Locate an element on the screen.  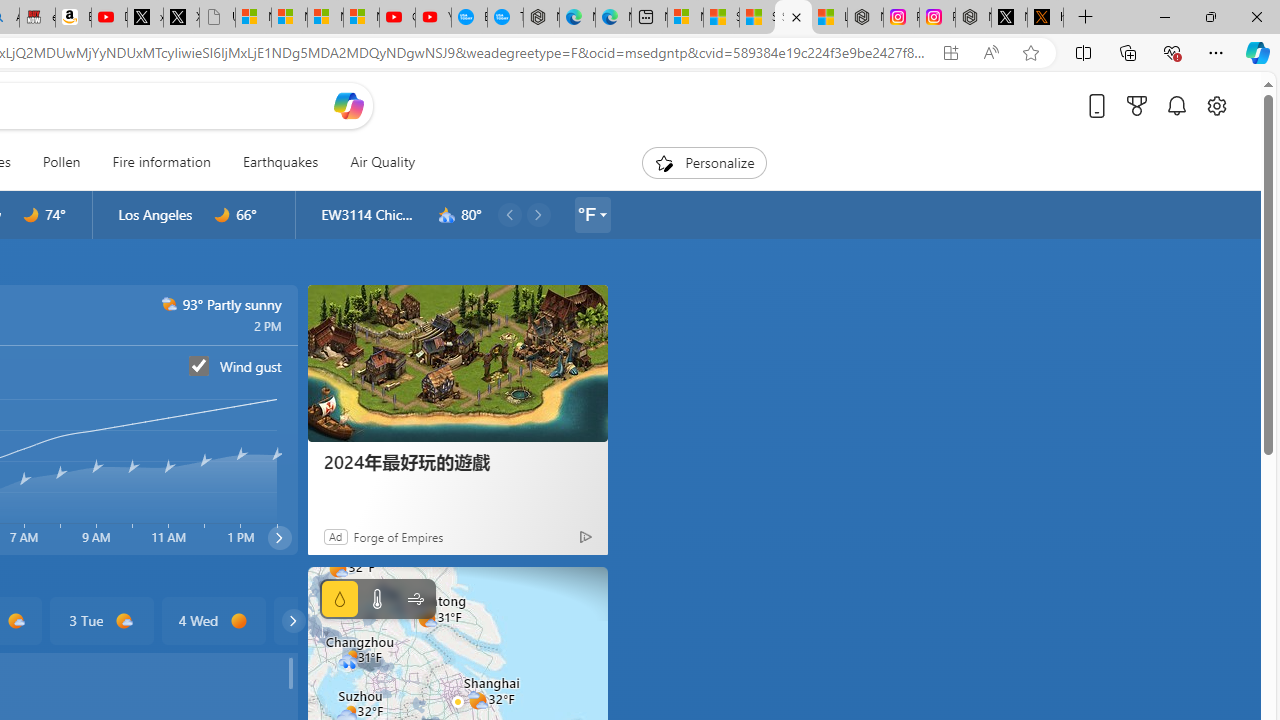
'Air Quality' is located at coordinates (382, 162).